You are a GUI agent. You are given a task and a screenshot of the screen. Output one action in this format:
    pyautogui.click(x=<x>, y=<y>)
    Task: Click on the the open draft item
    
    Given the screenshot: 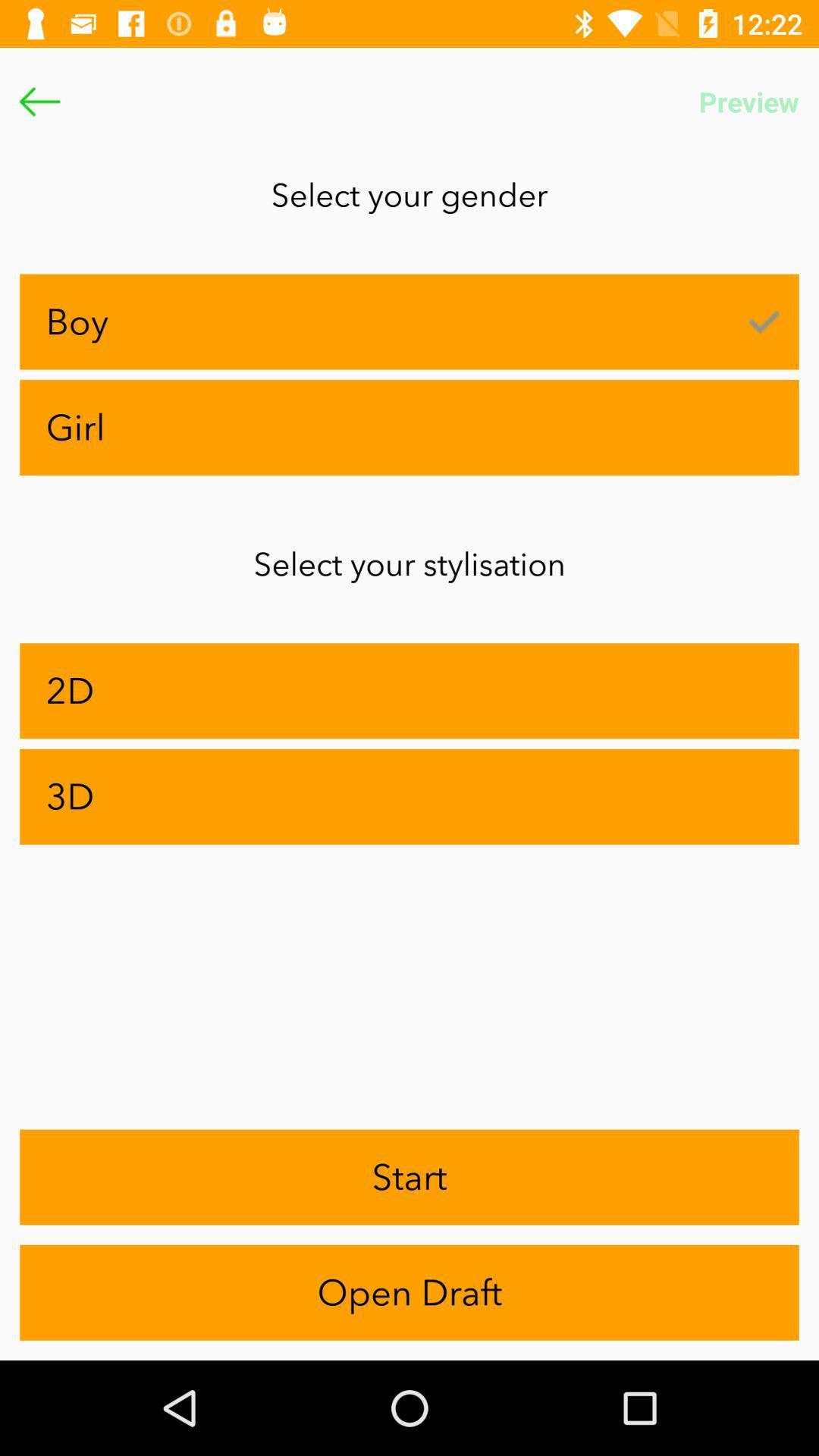 What is the action you would take?
    pyautogui.click(x=409, y=1291)
    